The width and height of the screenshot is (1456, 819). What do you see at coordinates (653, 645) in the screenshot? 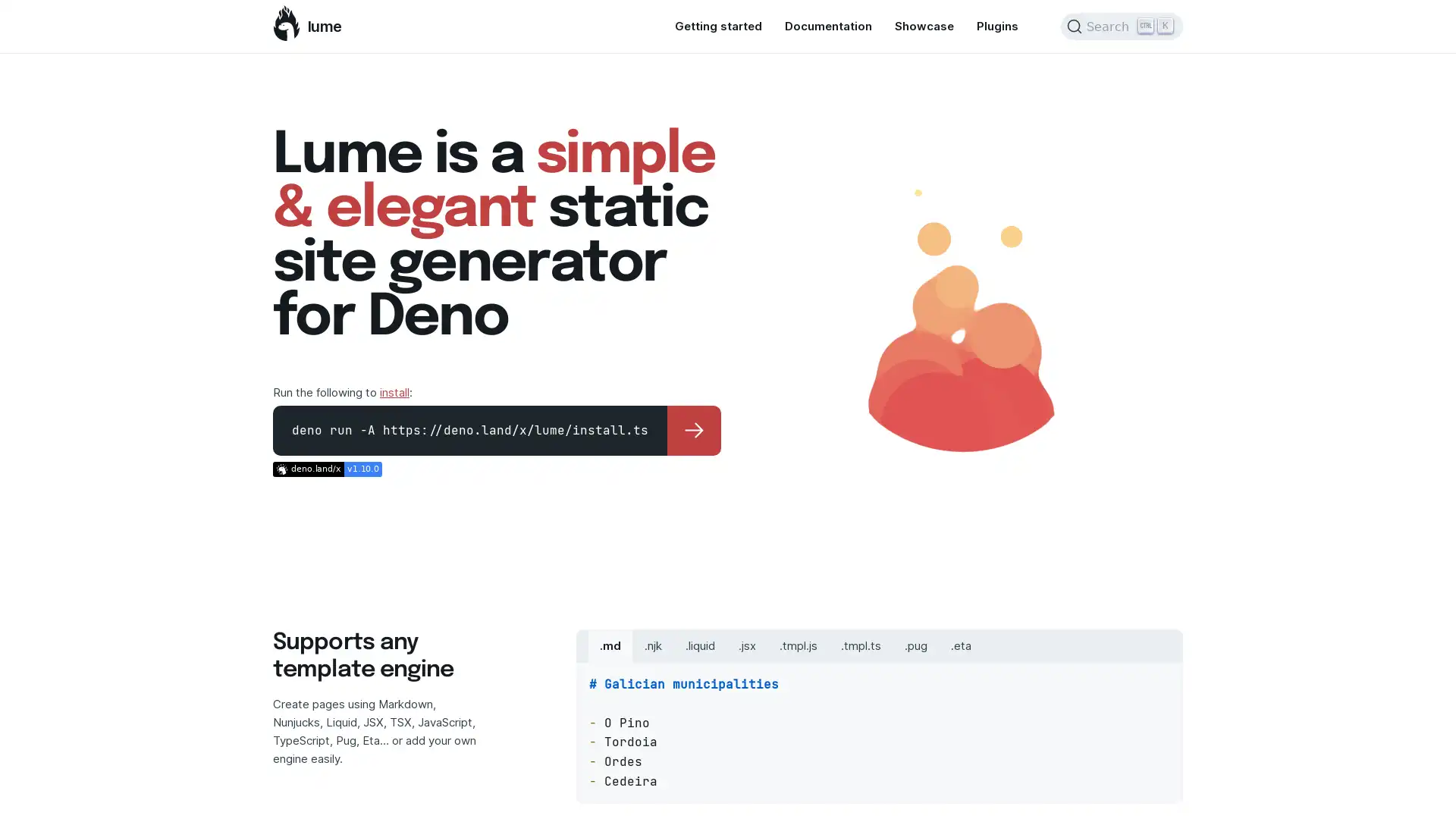
I see `.njk` at bounding box center [653, 645].